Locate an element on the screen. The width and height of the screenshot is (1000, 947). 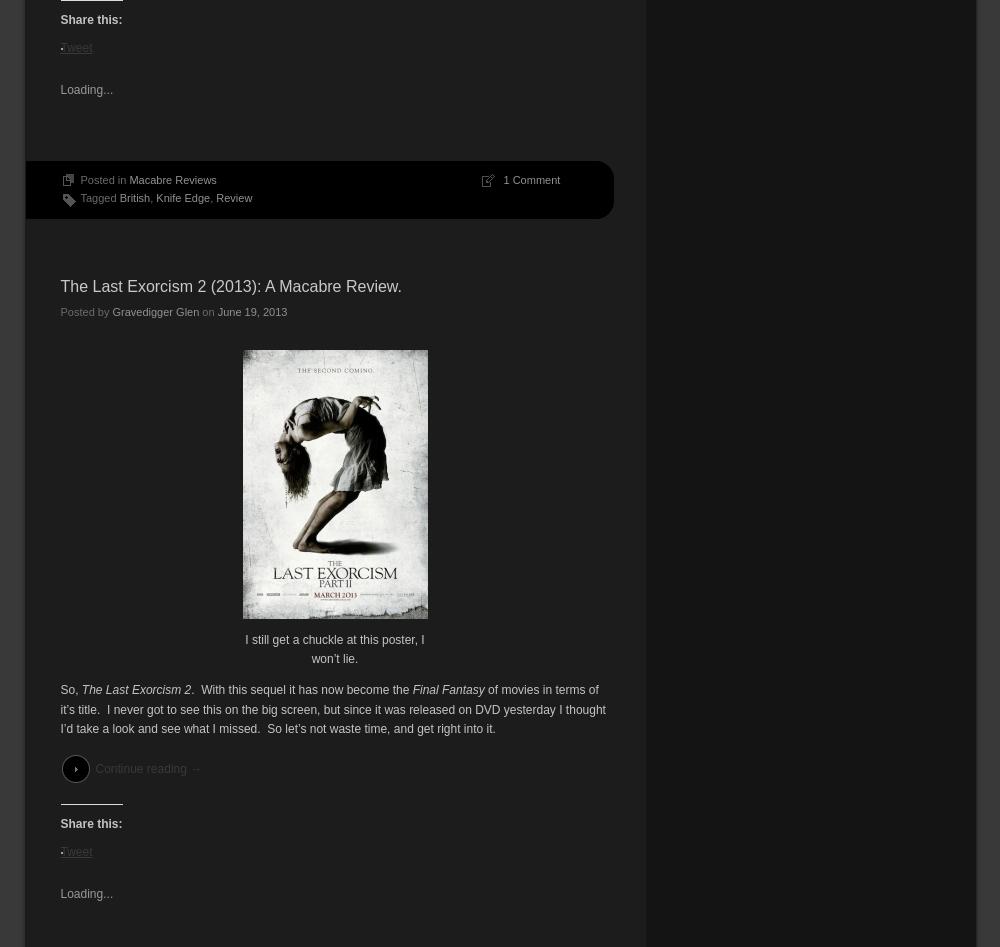
'So,' is located at coordinates (69, 688).